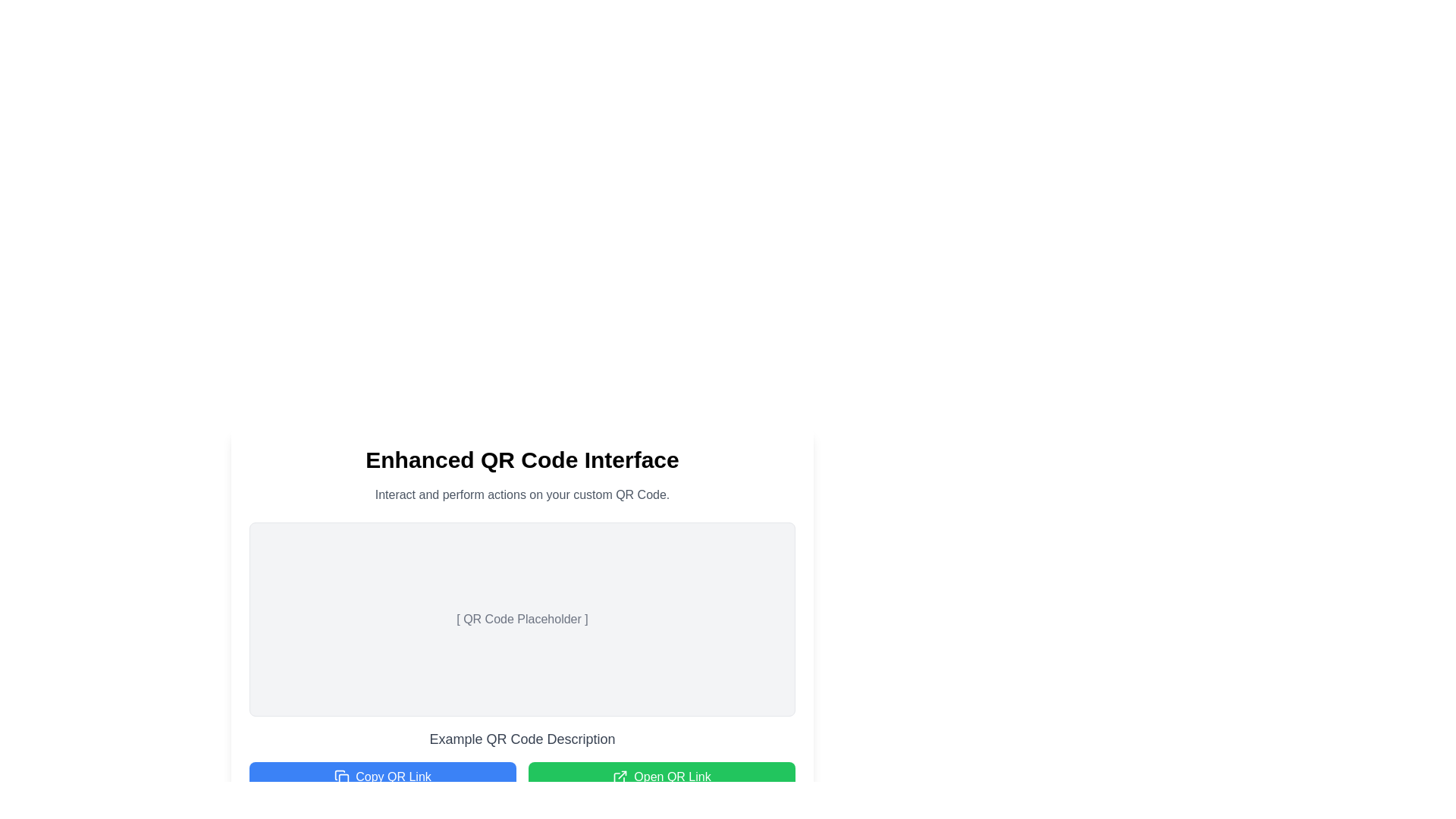 Image resolution: width=1456 pixels, height=819 pixels. I want to click on the Static Text Label displaying 'Example QR Code Description', which is styled in gray font and positioned below the QR code placeholder, so click(522, 739).